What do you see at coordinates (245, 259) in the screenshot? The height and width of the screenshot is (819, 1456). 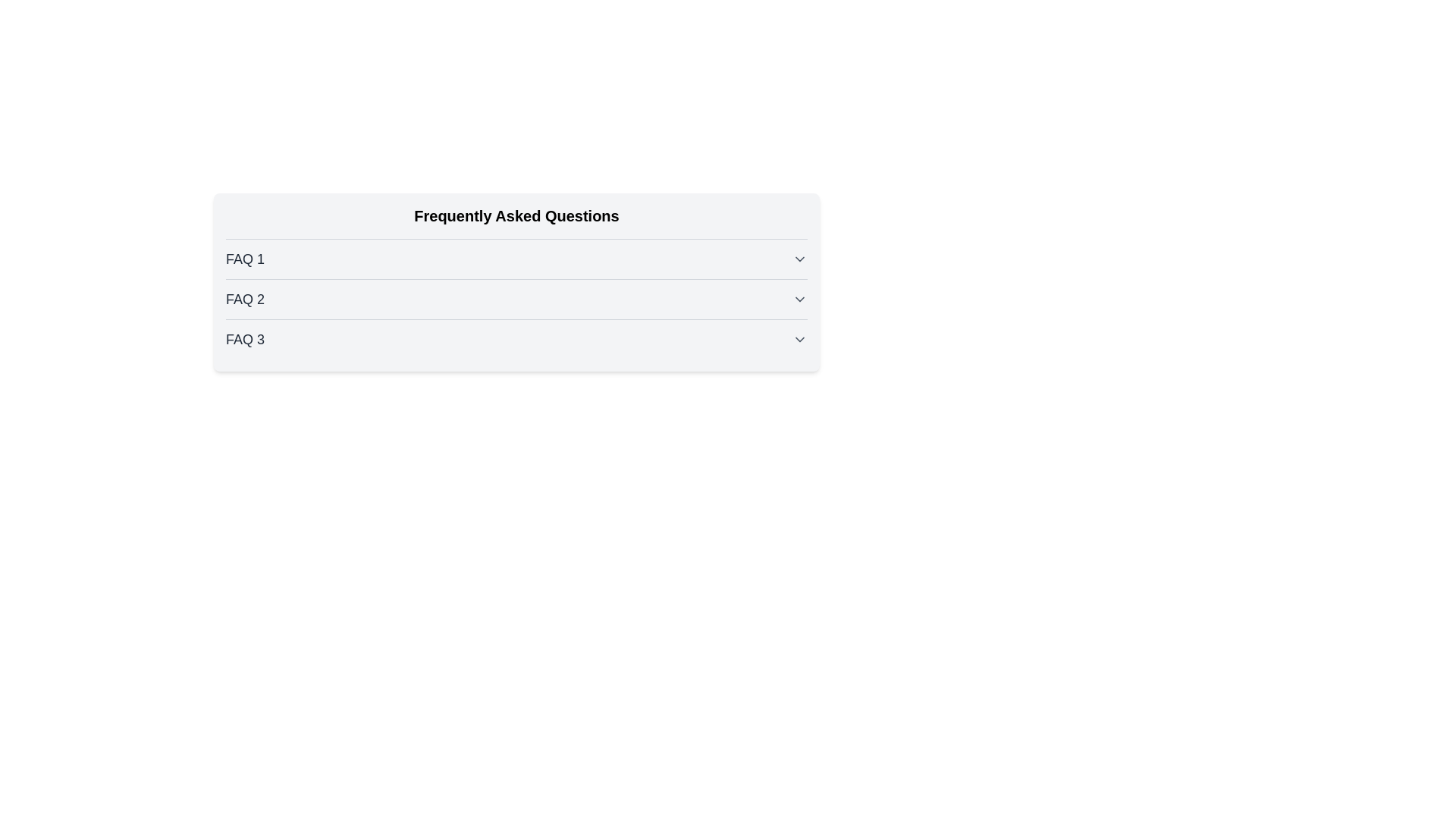 I see `the text label element displaying 'FAQ 1', which is the first item in the vertical list under 'Frequently Asked Questions'` at bounding box center [245, 259].